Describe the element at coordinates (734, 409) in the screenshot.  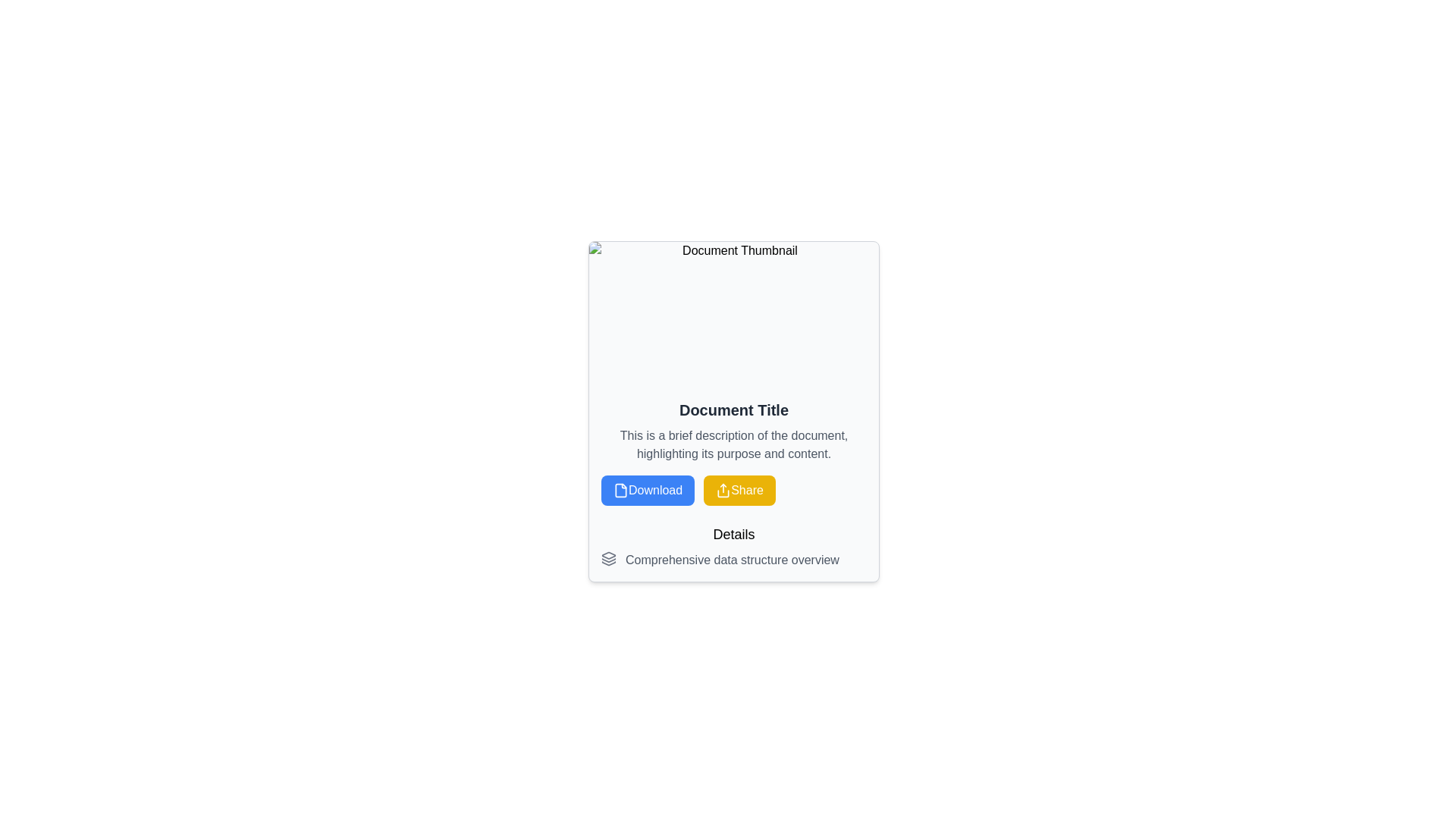
I see `main title Text label that serves as the document identifier, positioned at the top of the content set` at that location.